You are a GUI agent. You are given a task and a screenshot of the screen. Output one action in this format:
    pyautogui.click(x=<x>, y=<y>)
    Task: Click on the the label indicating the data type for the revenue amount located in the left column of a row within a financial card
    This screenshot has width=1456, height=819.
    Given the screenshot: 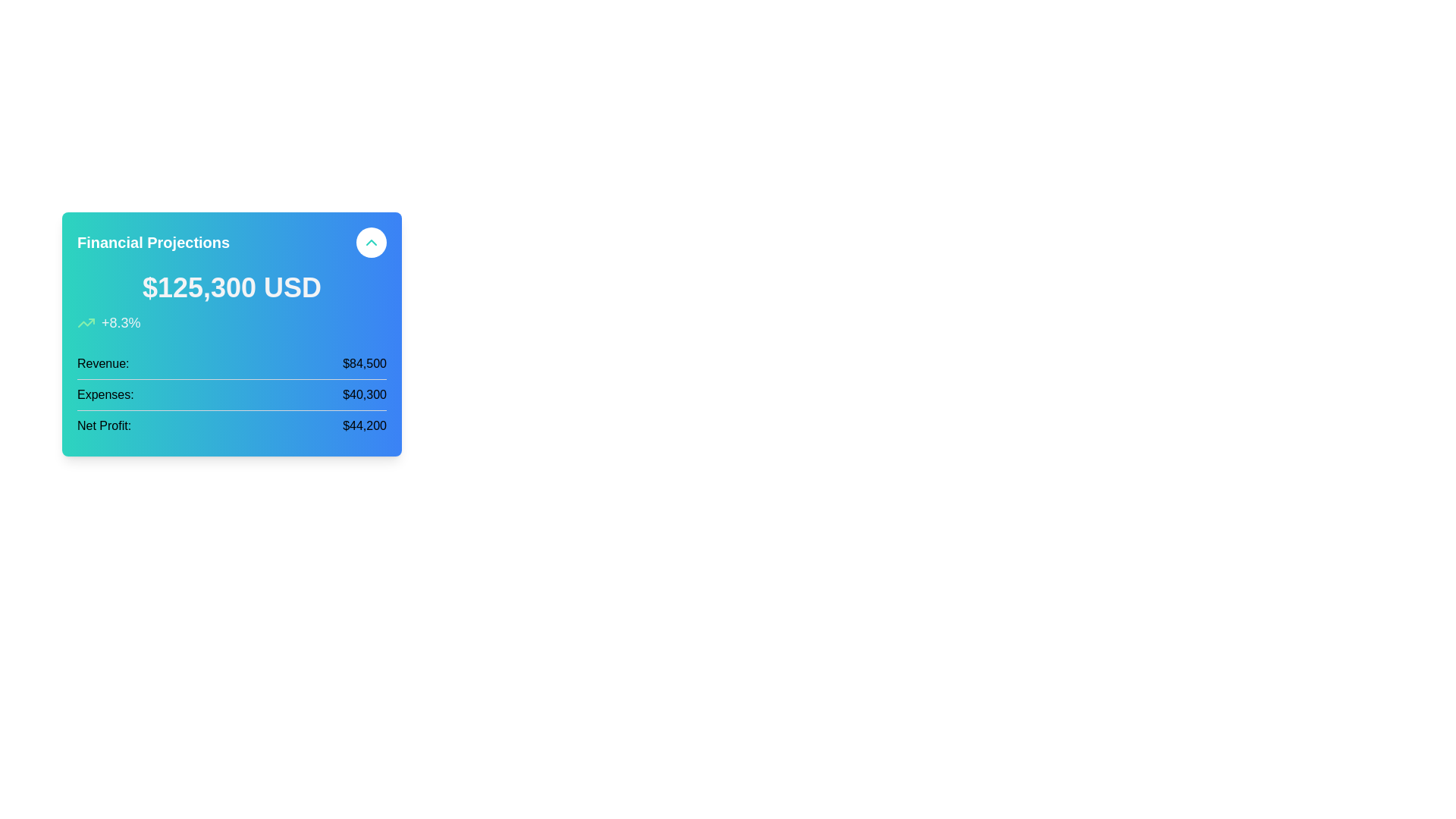 What is the action you would take?
    pyautogui.click(x=102, y=363)
    